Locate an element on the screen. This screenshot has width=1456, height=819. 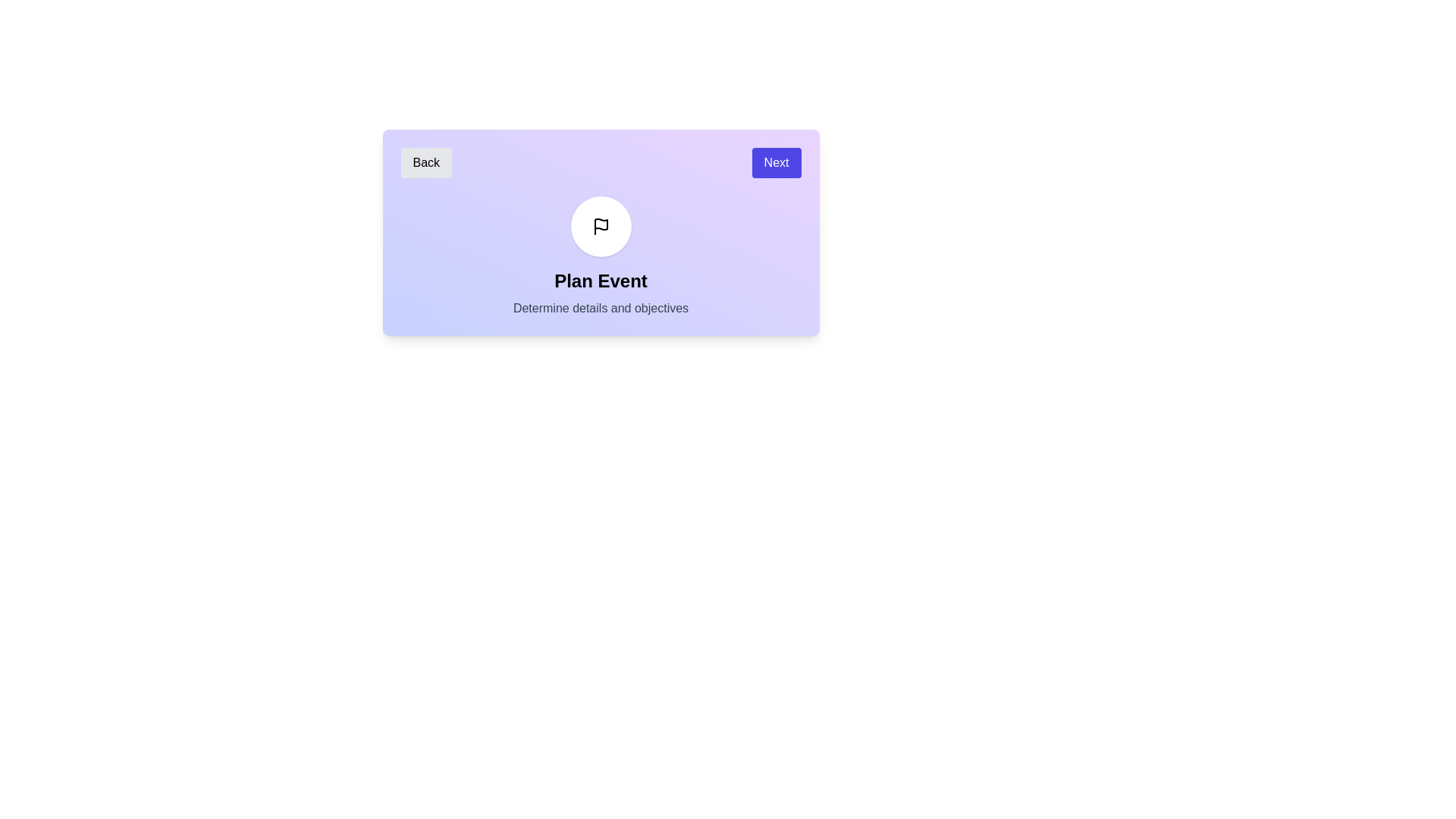
the icon to view step details is located at coordinates (600, 227).